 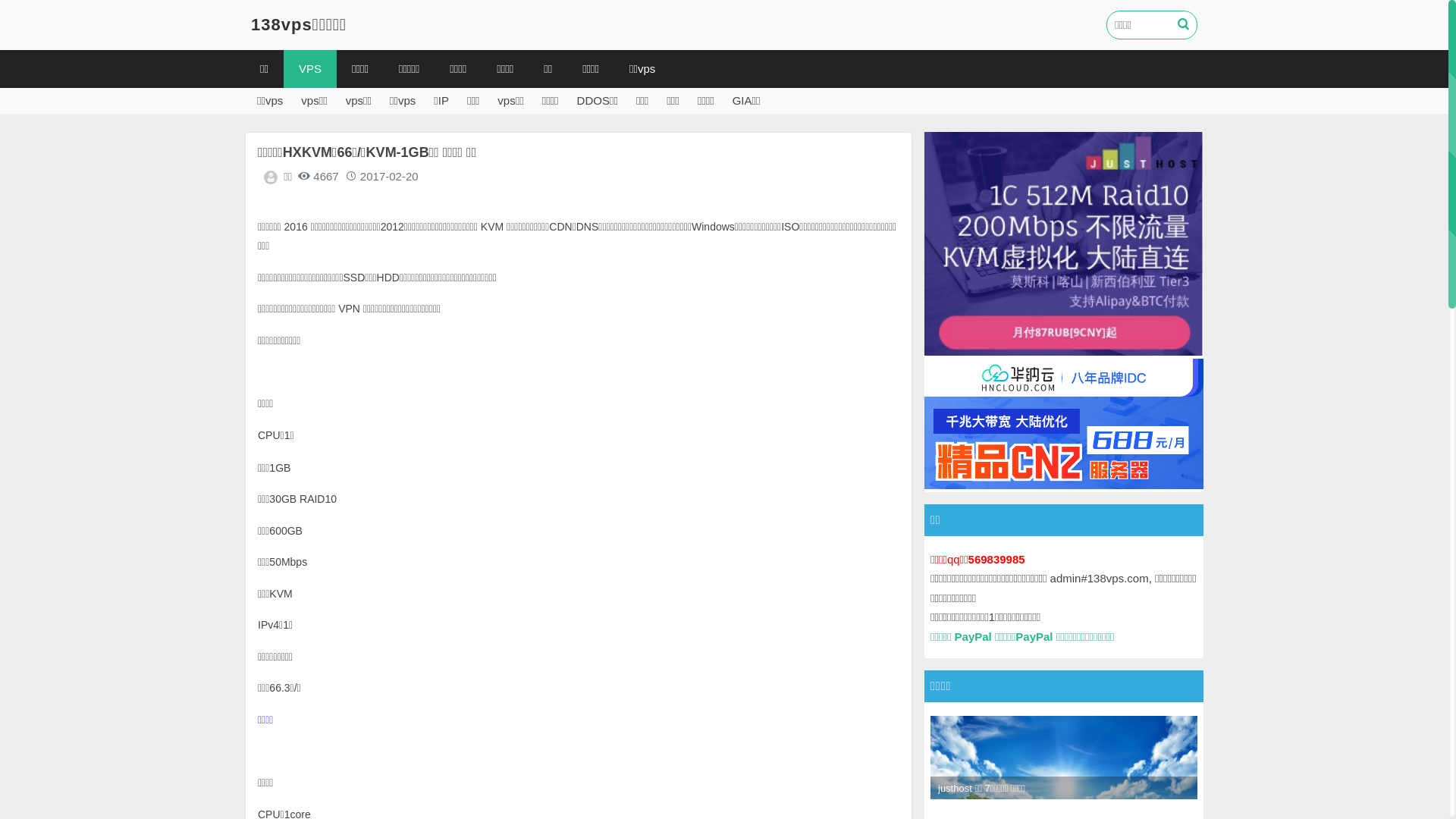 What do you see at coordinates (284, 69) in the screenshot?
I see `'VPS'` at bounding box center [284, 69].